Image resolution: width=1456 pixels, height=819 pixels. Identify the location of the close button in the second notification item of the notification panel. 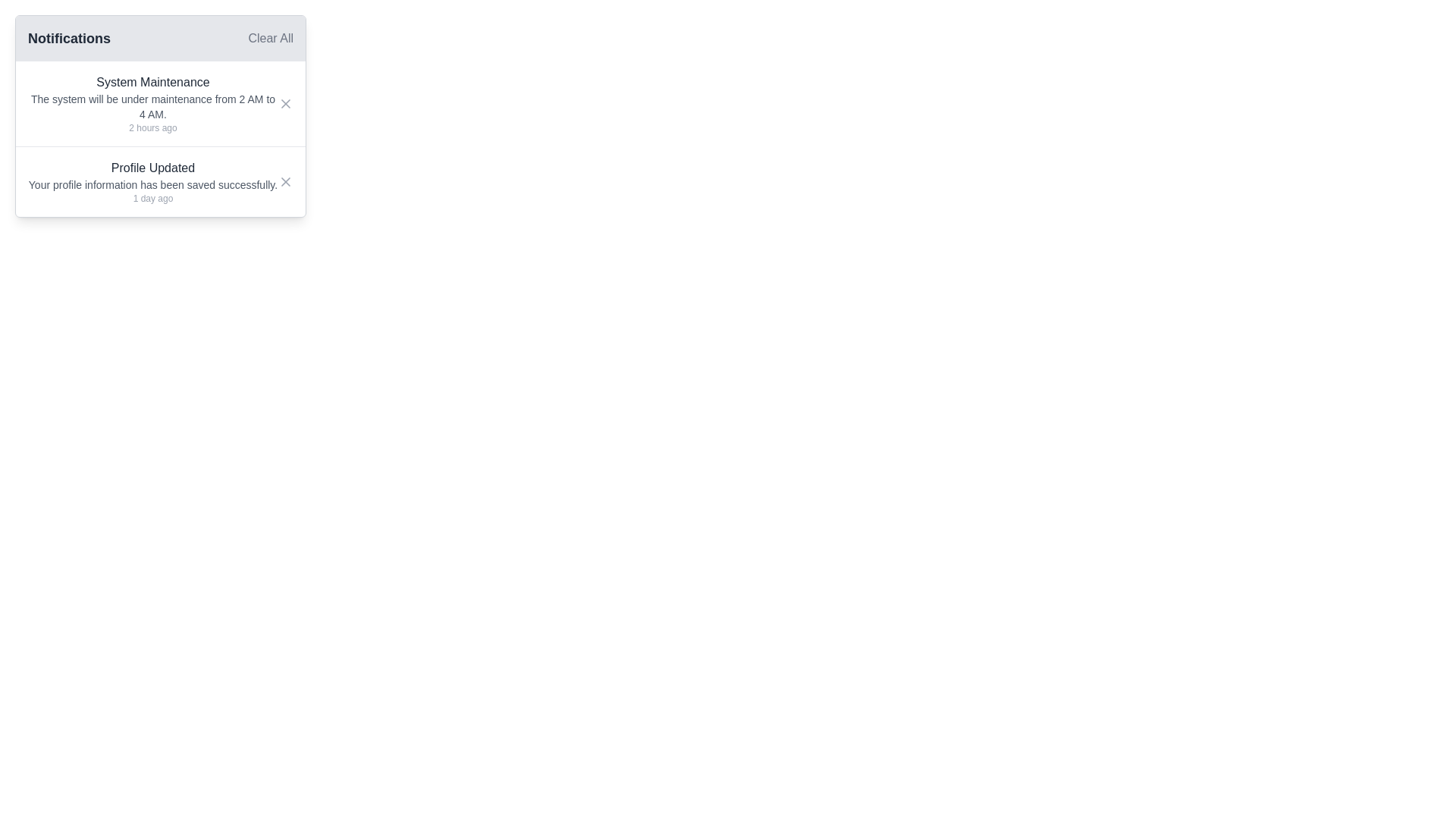
(286, 180).